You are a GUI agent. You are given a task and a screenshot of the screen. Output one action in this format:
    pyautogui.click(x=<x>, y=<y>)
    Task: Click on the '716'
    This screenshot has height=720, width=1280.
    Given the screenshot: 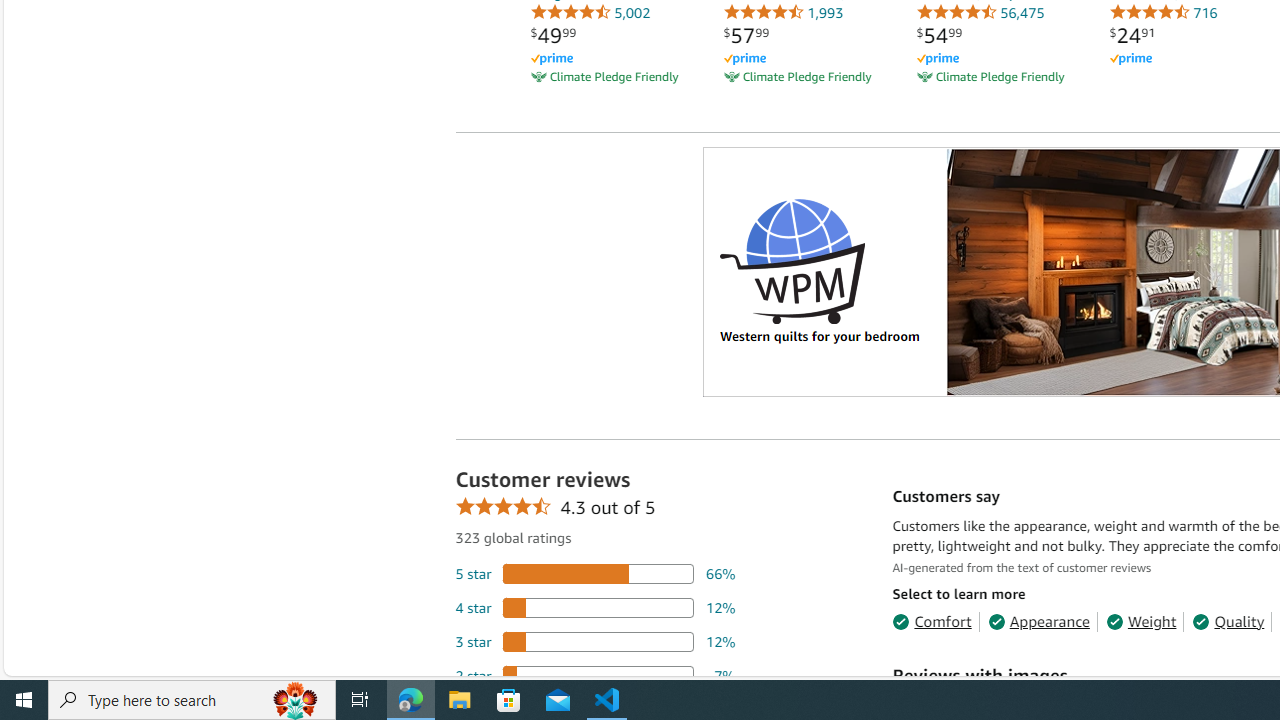 What is the action you would take?
    pyautogui.click(x=1163, y=12)
    